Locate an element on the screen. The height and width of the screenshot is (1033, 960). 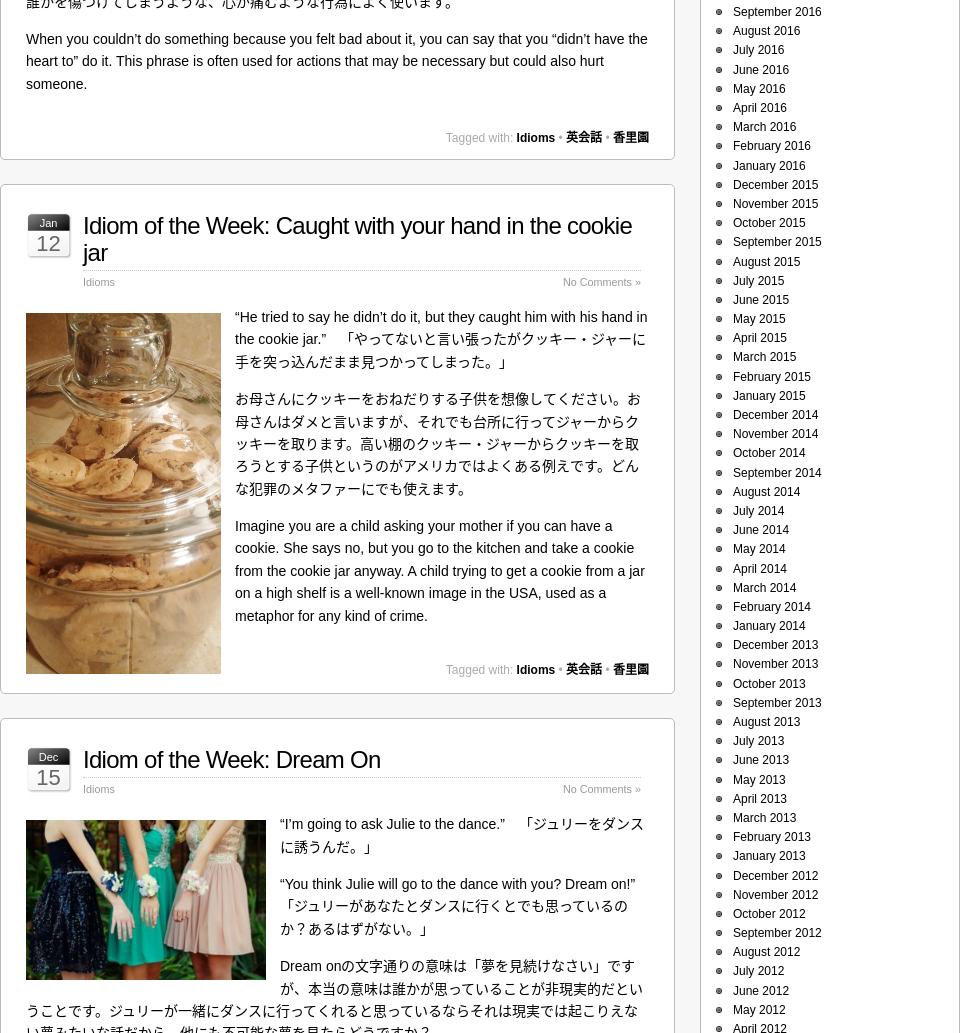
'May 2015' is located at coordinates (757, 317).